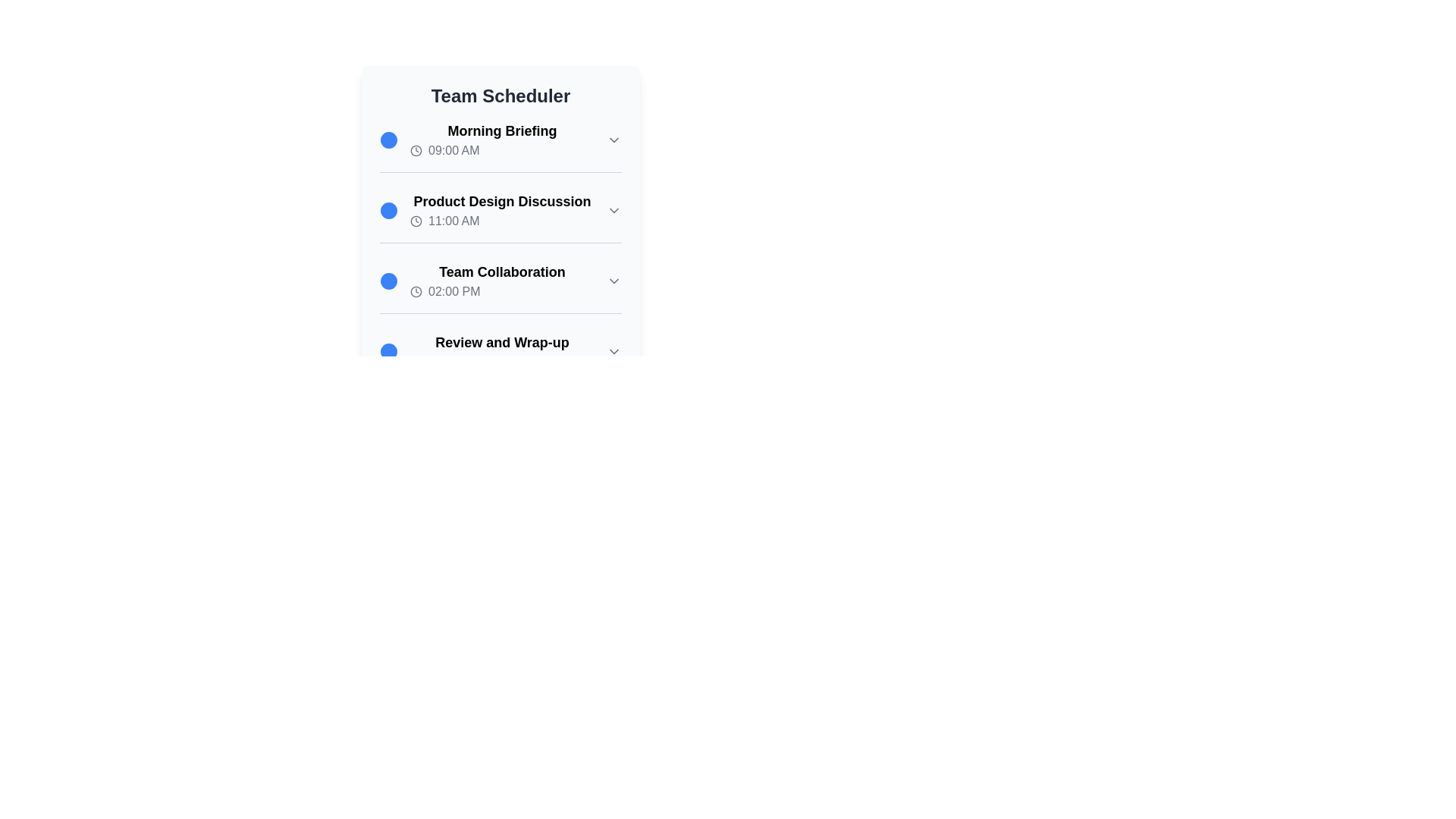 The image size is (1456, 819). What do you see at coordinates (500, 351) in the screenshot?
I see `the downward-facing arrow of the fourth list item titled 'Review and Wrap-up'` at bounding box center [500, 351].